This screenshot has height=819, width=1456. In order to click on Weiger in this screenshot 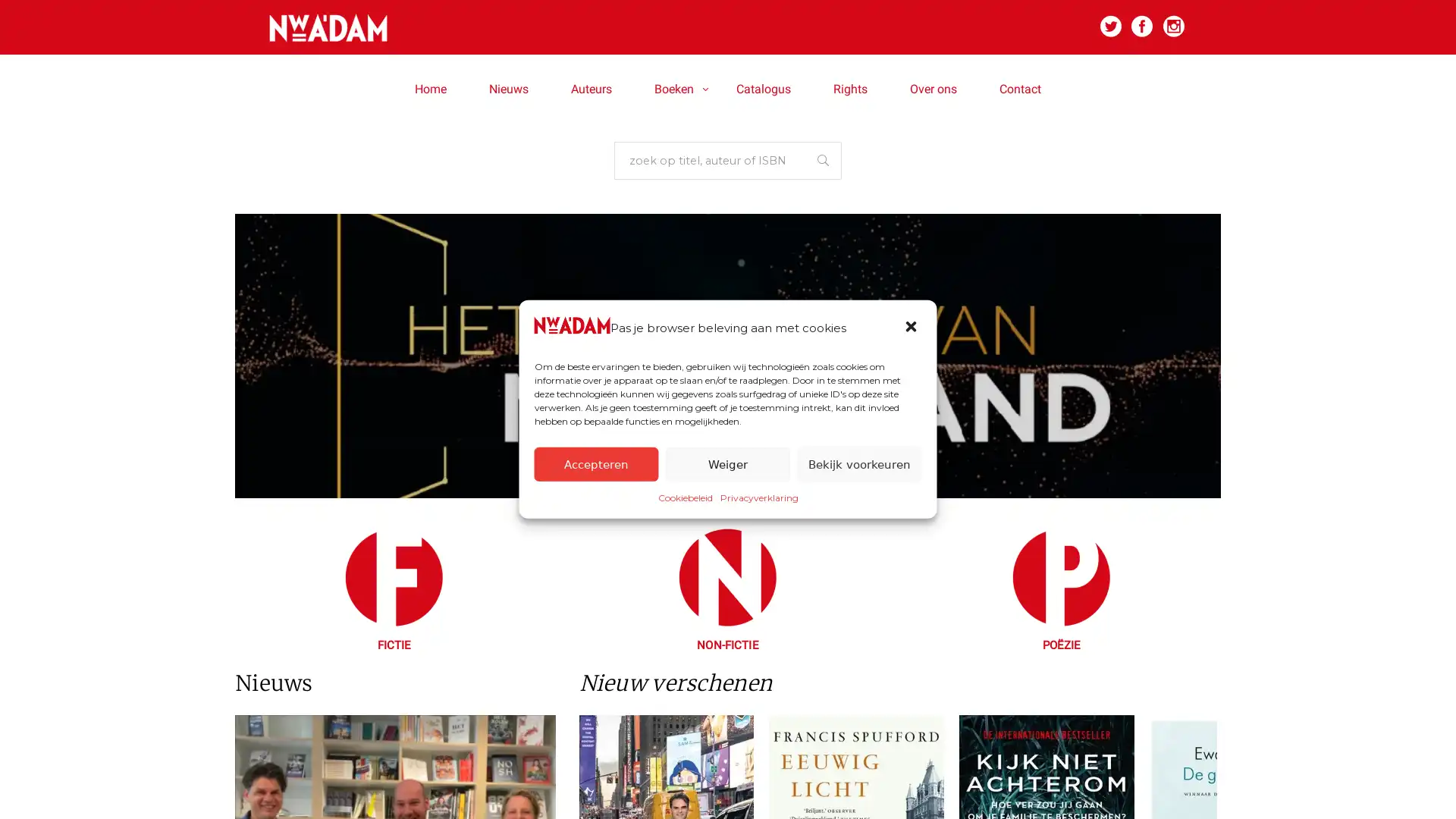, I will do `click(726, 463)`.